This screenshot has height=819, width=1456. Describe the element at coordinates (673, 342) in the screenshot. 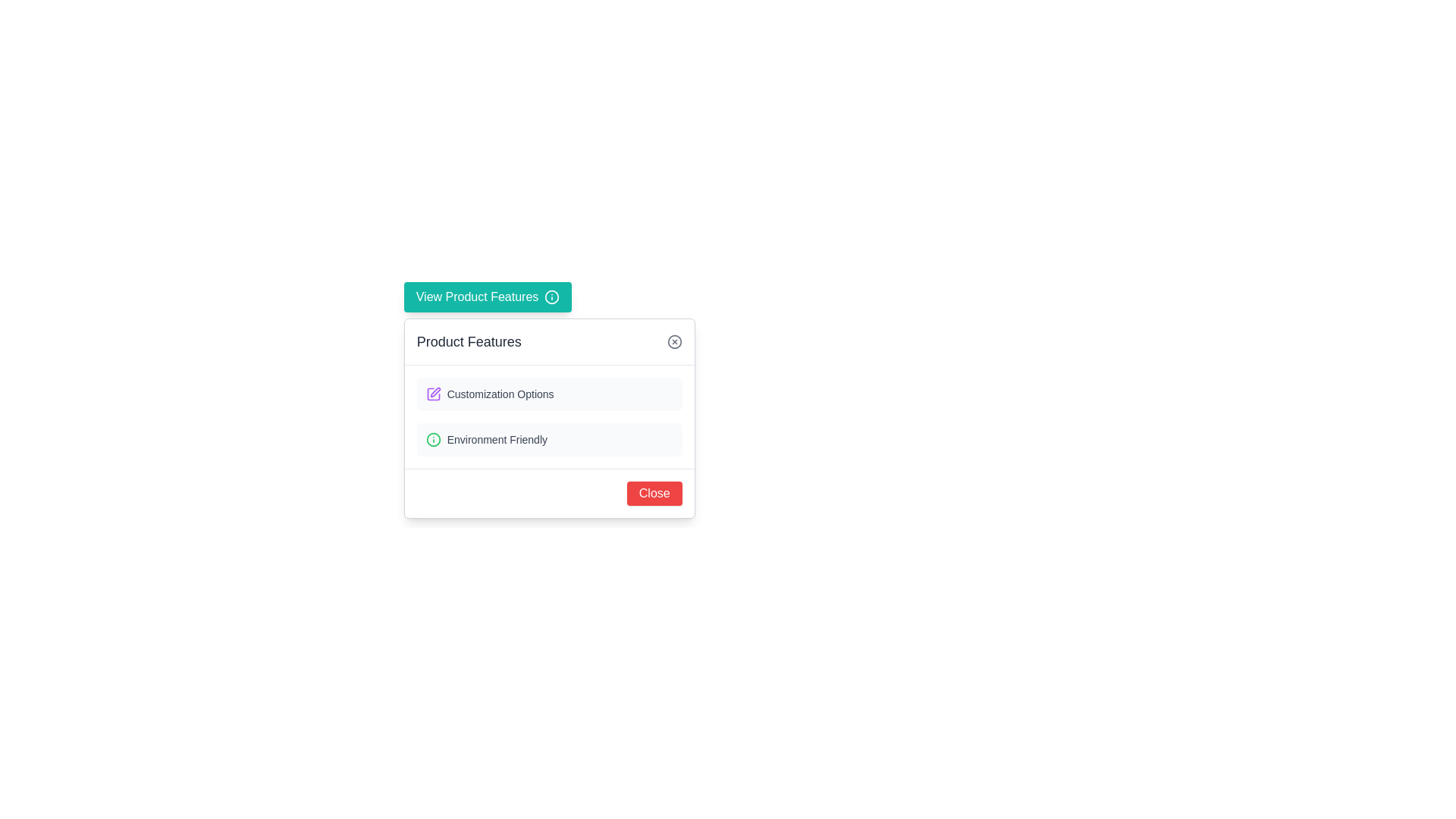

I see `the dismiss button located at the top-right corner of the 'Product Features' panel` at that location.